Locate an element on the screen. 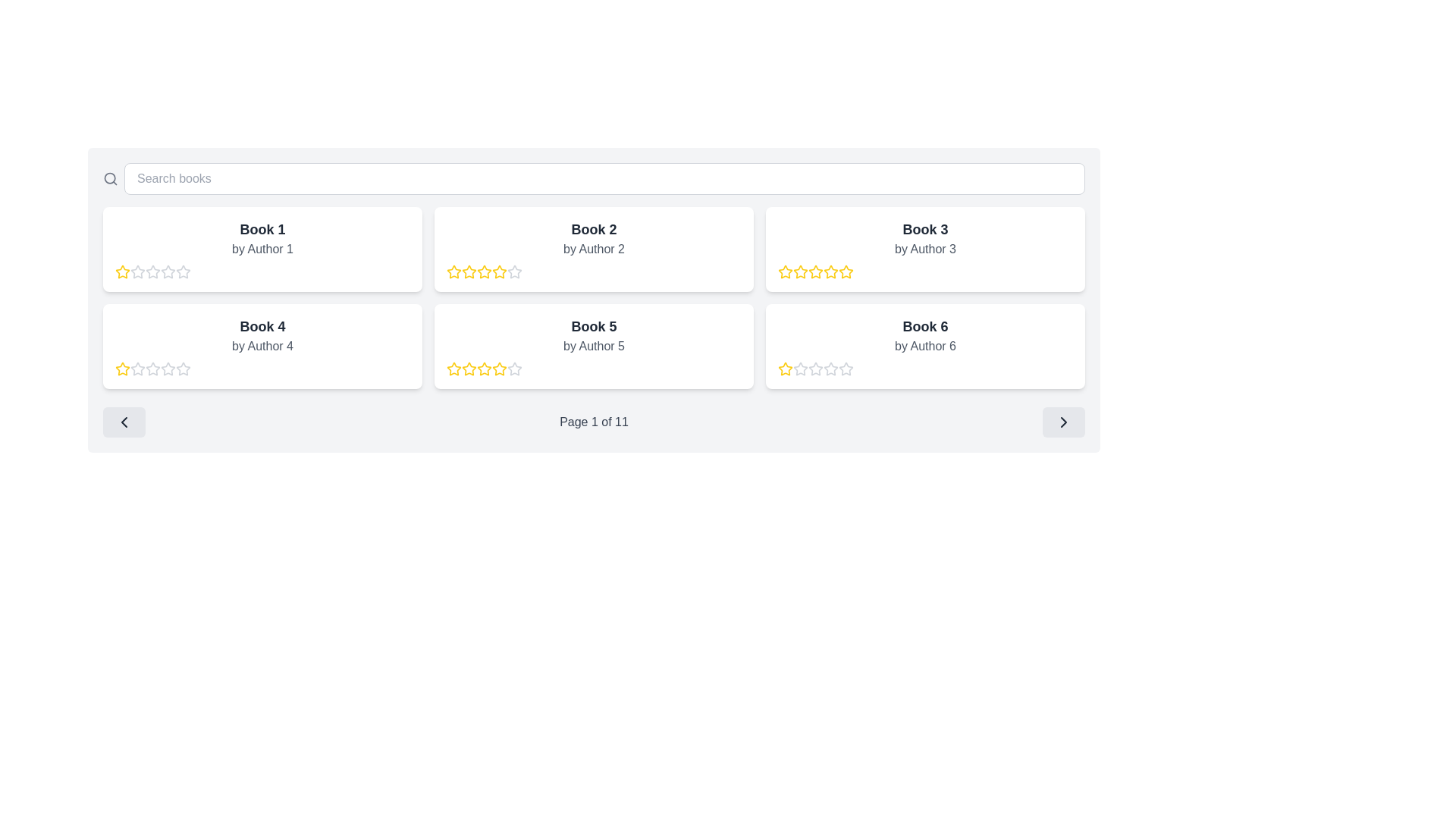  the third rating star in the five-star sequence for the book 'Book 5' by 'Author 5' is located at coordinates (483, 369).